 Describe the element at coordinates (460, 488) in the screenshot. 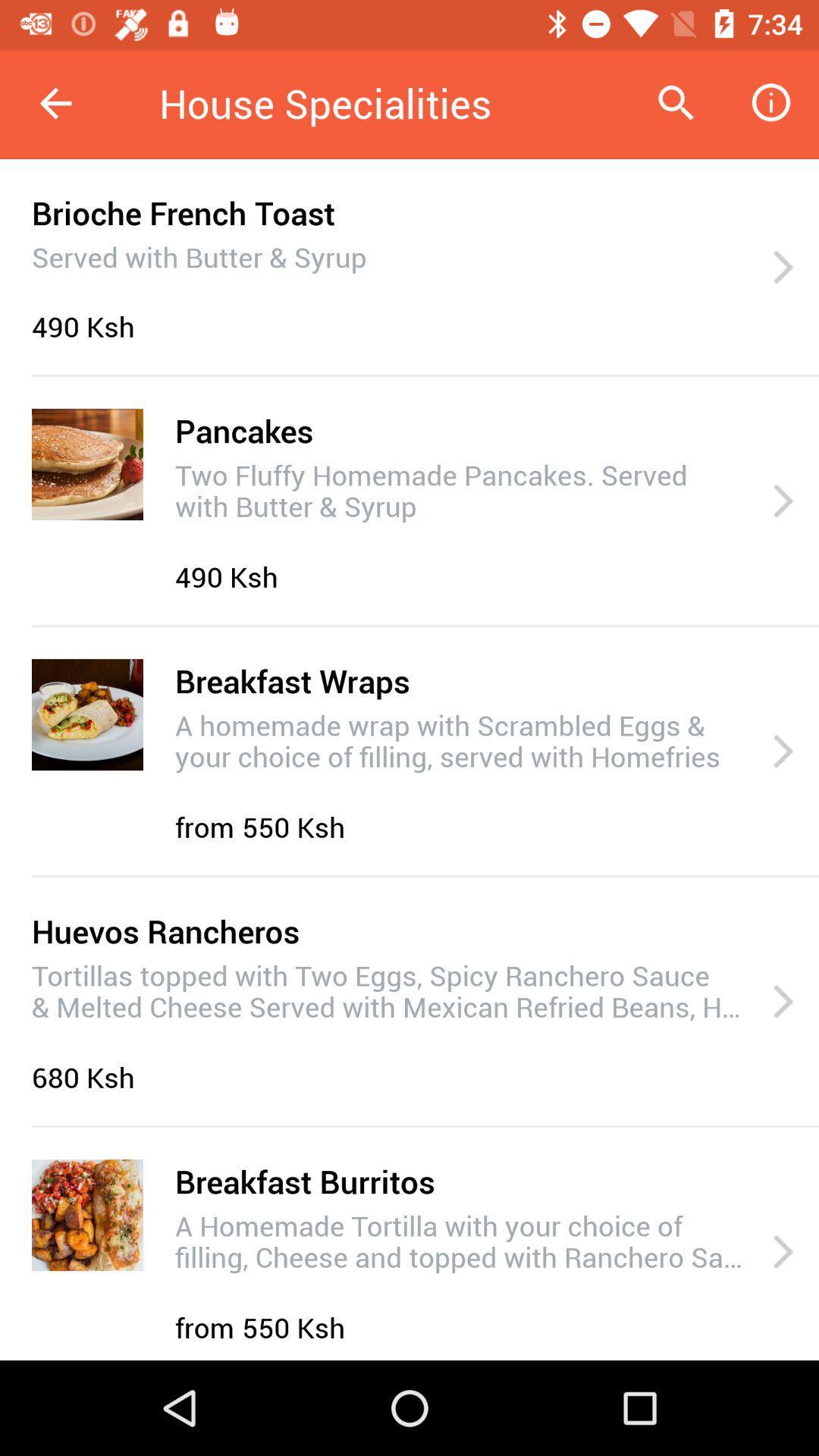

I see `the icon below the pancakes icon` at that location.